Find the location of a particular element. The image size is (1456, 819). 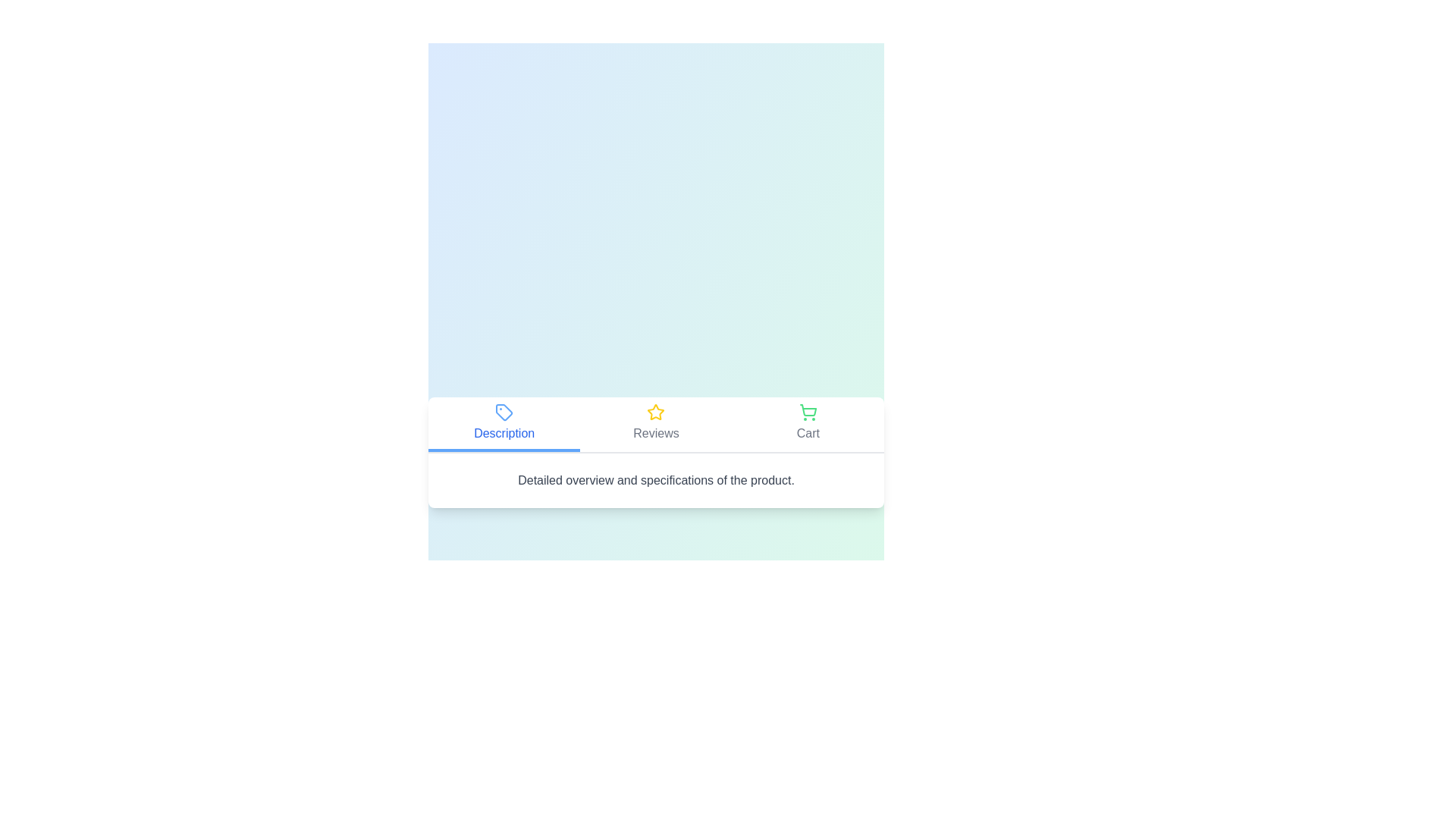

the Reviews tab is located at coordinates (655, 424).